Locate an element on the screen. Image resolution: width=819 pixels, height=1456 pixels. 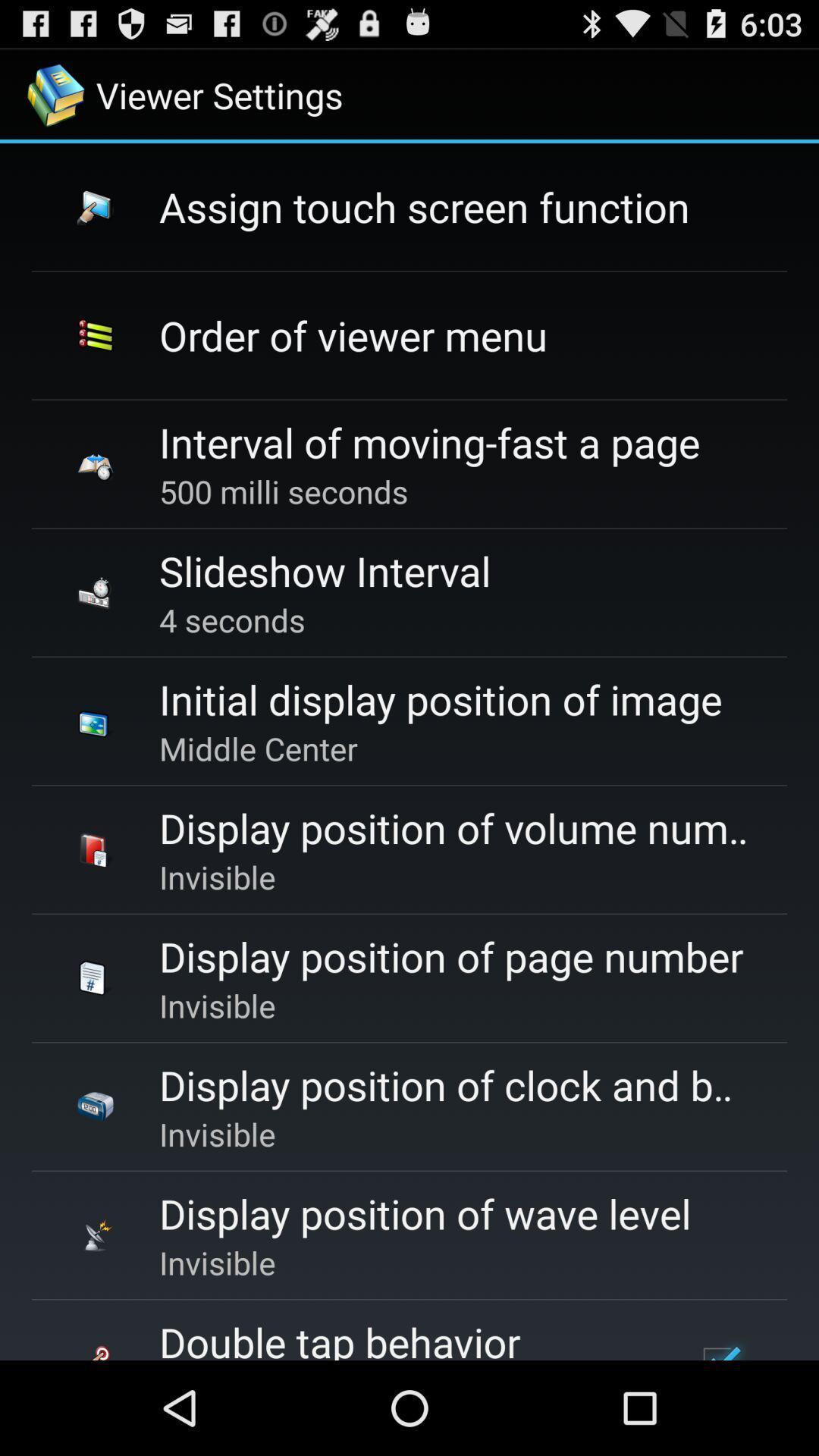
second icon of the viewer settings is located at coordinates (96, 334).